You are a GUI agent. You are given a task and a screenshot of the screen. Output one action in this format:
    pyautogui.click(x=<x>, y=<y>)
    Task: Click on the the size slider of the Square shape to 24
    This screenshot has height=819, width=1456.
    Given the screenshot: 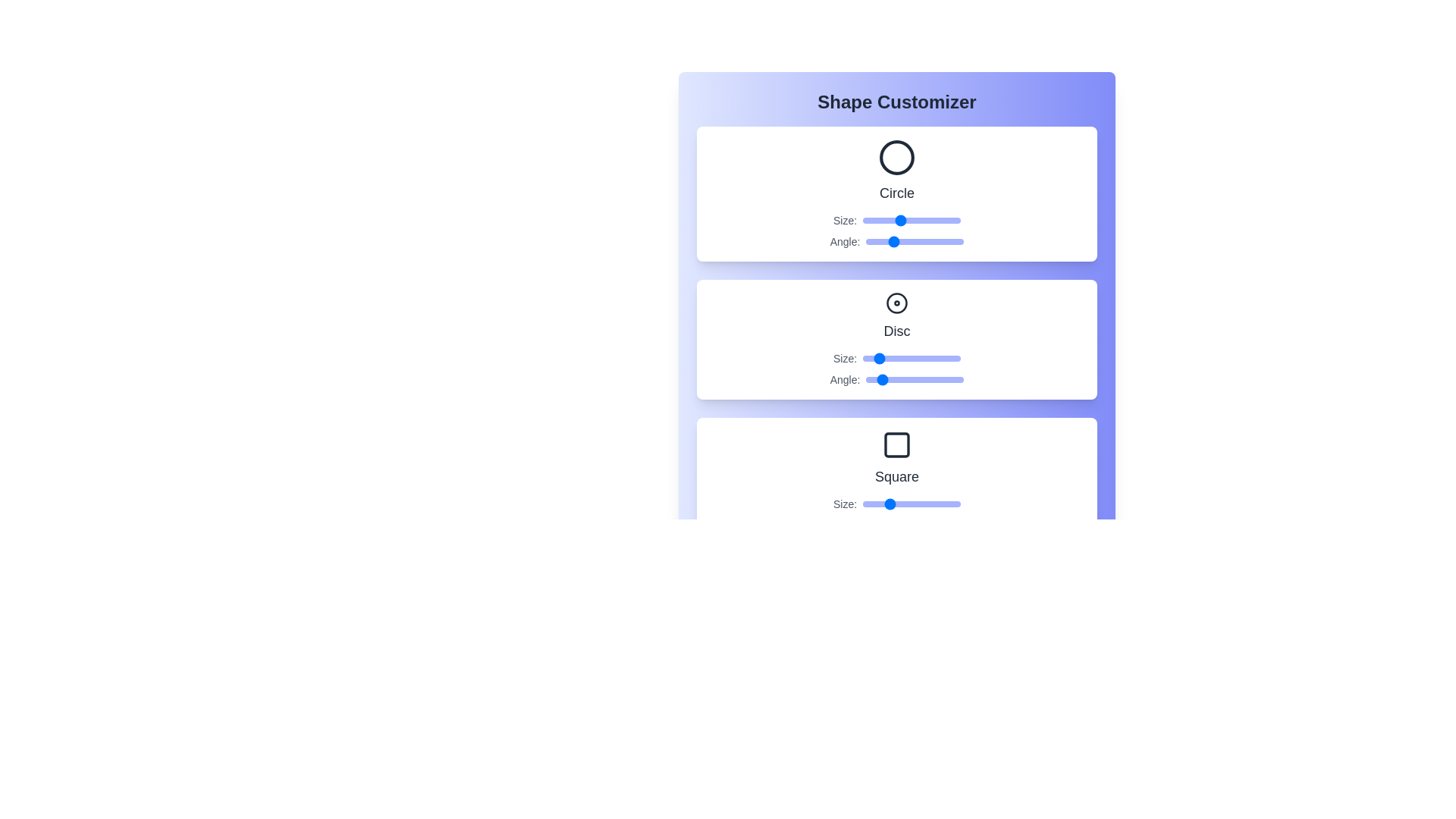 What is the action you would take?
    pyautogui.click(x=868, y=504)
    